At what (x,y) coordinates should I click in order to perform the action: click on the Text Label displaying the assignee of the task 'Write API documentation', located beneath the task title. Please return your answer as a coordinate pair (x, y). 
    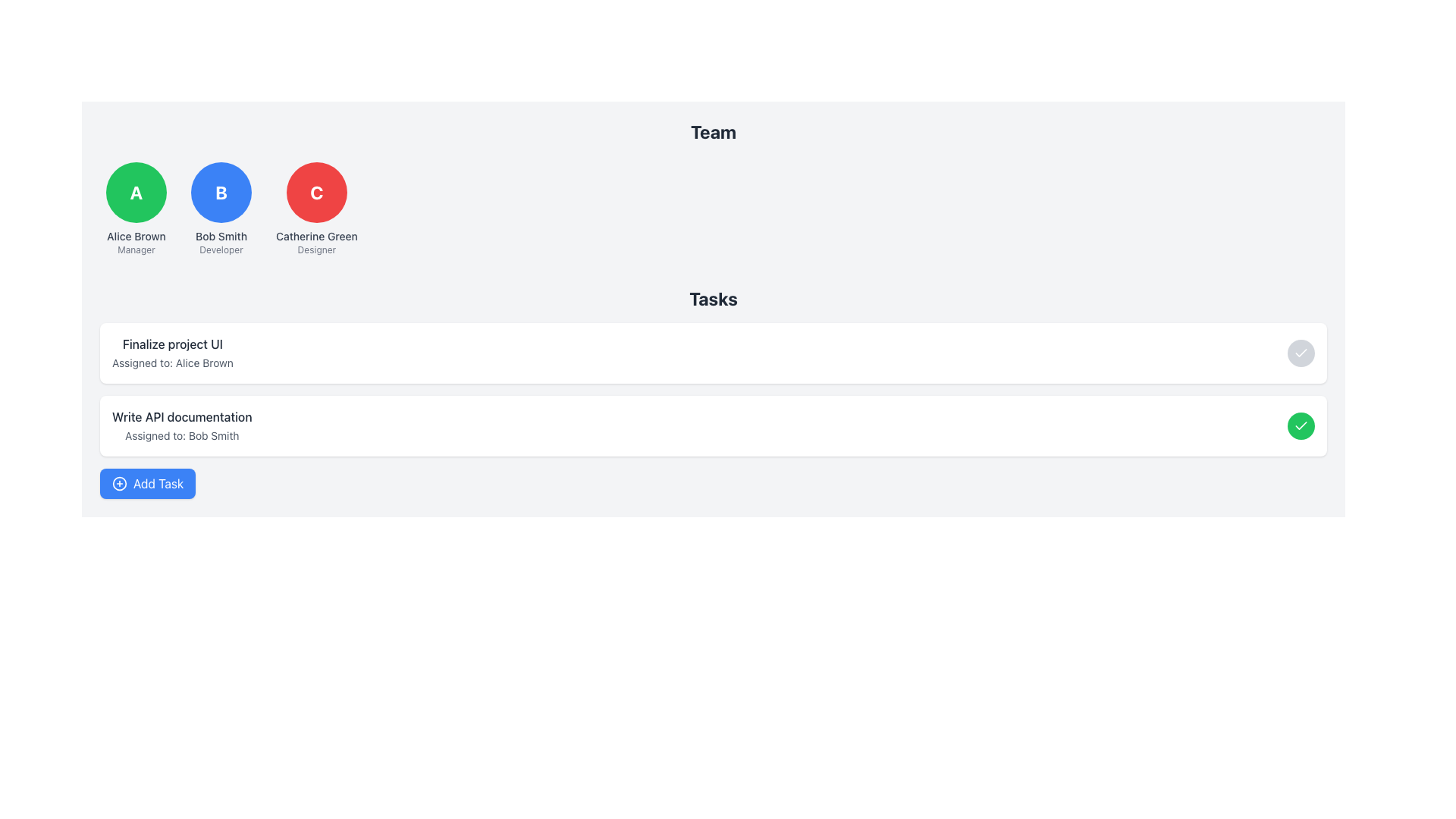
    Looking at the image, I should click on (182, 435).